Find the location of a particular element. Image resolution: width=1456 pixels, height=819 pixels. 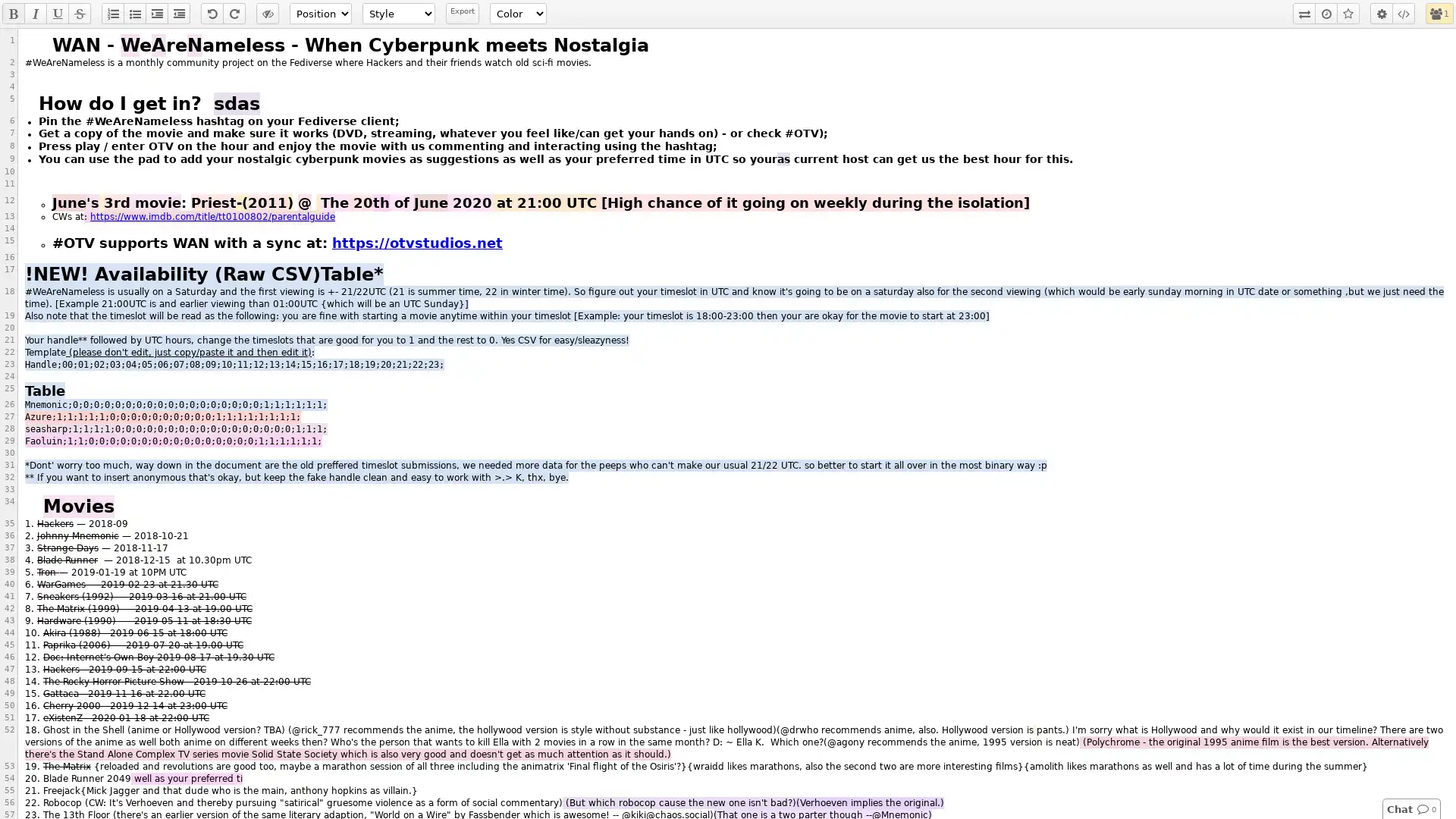

Outdent (Shift+Tab) is located at coordinates (178, 14).